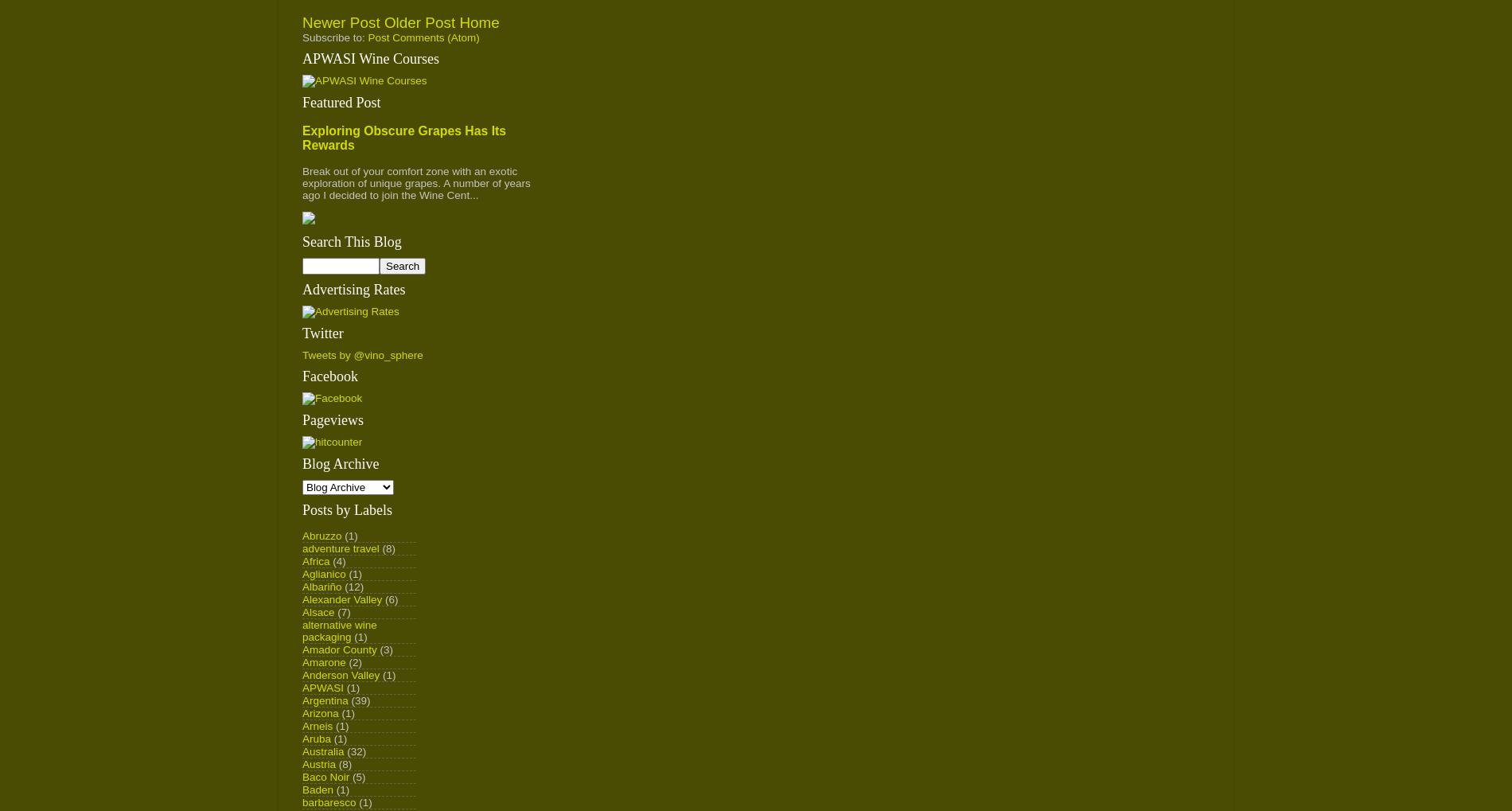 The image size is (1512, 811). I want to click on 'Break out of your comfort zone with an exotic exploration of unique grapes.     A number of years ago I decided to join the Wine Cent...', so click(416, 181).